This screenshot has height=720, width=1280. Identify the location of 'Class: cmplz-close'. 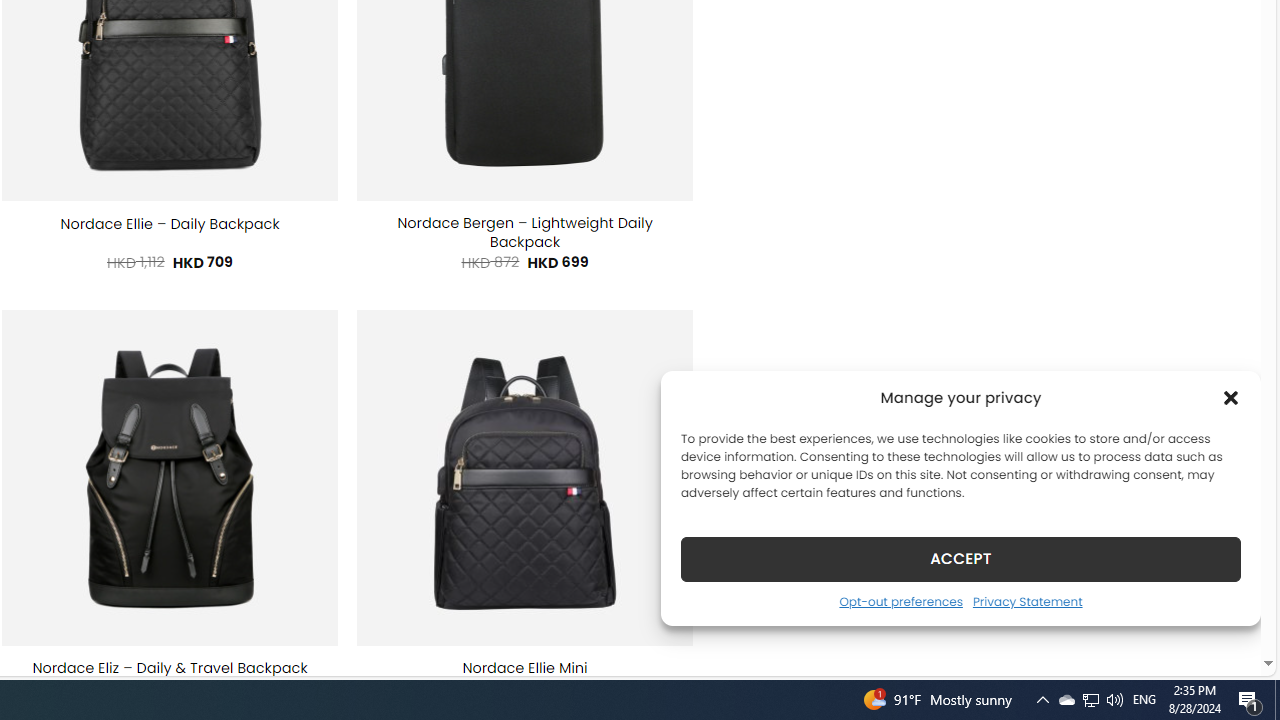
(1230, 397).